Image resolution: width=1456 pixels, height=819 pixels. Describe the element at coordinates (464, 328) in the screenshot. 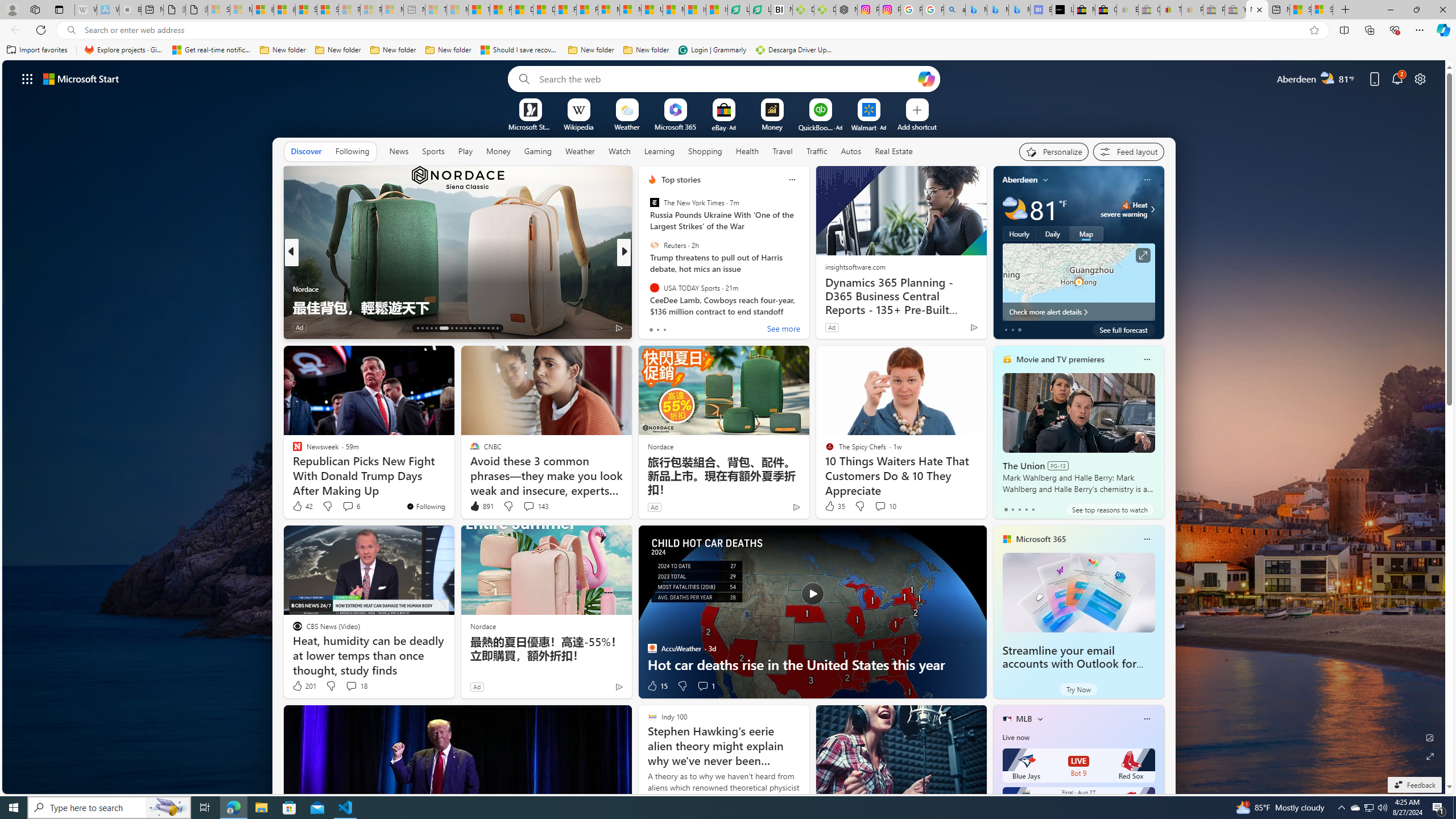

I see `'AutomationID: tab-22'` at that location.